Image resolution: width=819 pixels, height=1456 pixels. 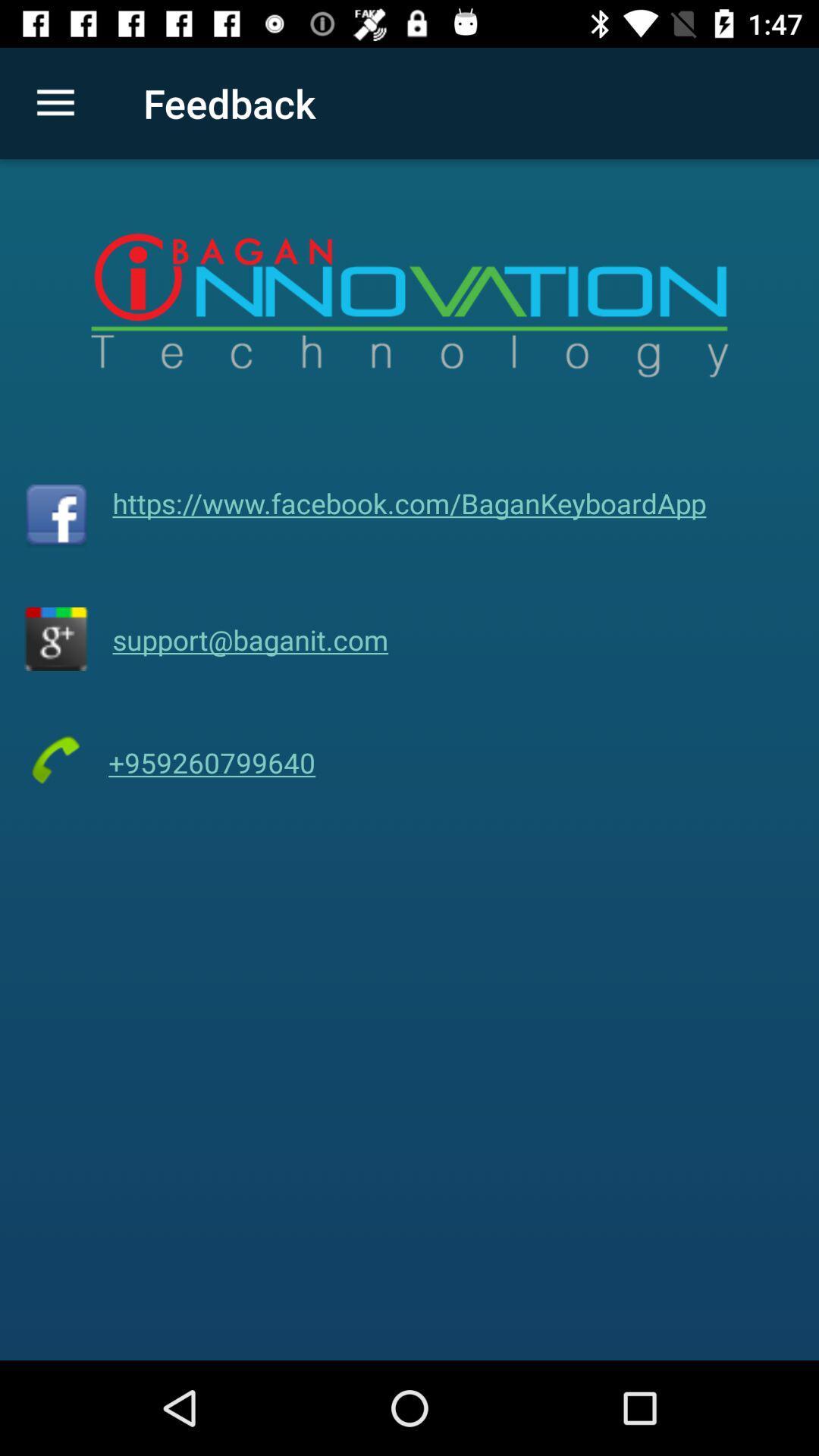 I want to click on the +959260799640, so click(x=212, y=762).